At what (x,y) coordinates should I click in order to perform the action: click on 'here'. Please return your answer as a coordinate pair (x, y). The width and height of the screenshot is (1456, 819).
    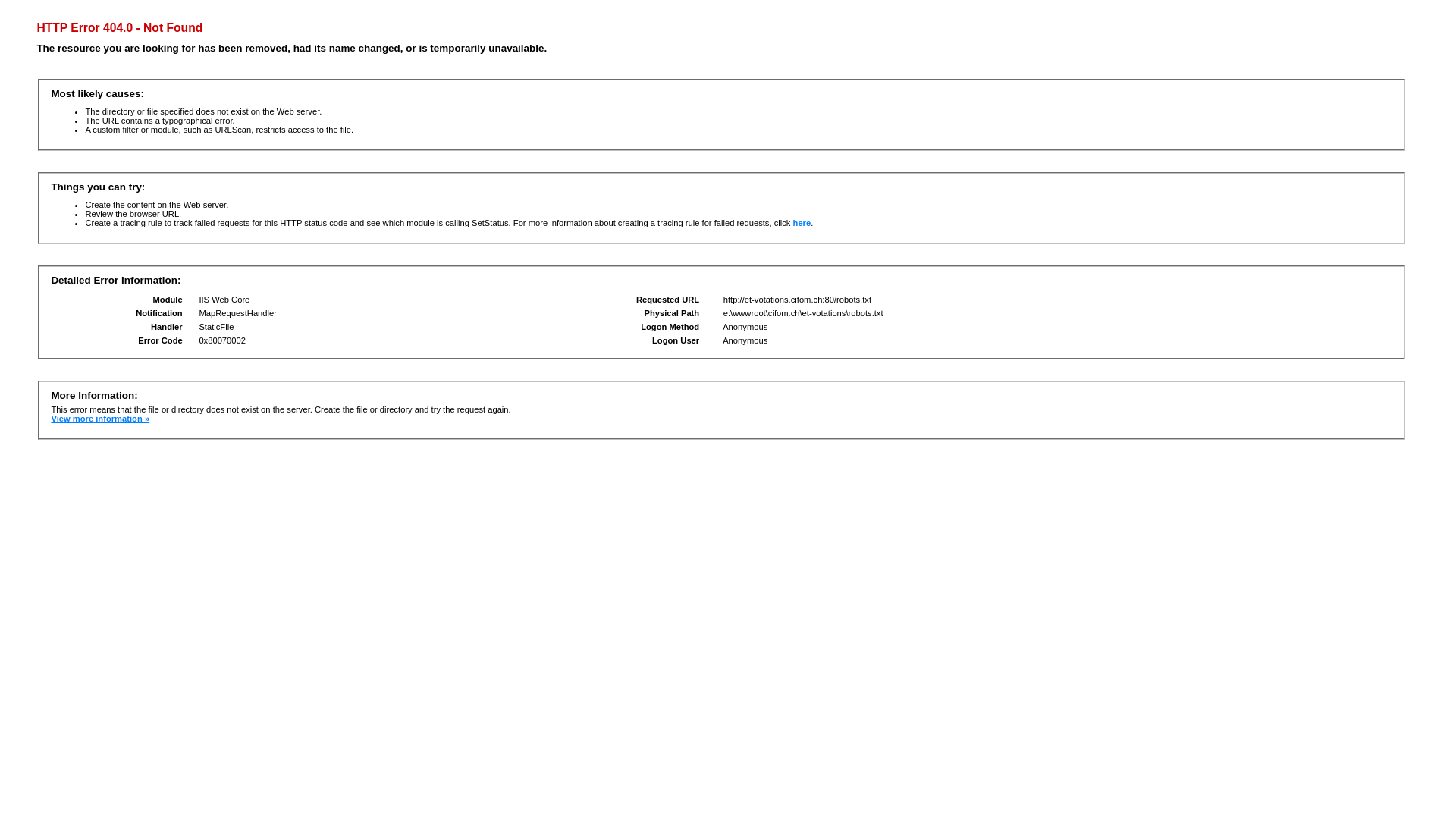
    Looking at the image, I should click on (801, 222).